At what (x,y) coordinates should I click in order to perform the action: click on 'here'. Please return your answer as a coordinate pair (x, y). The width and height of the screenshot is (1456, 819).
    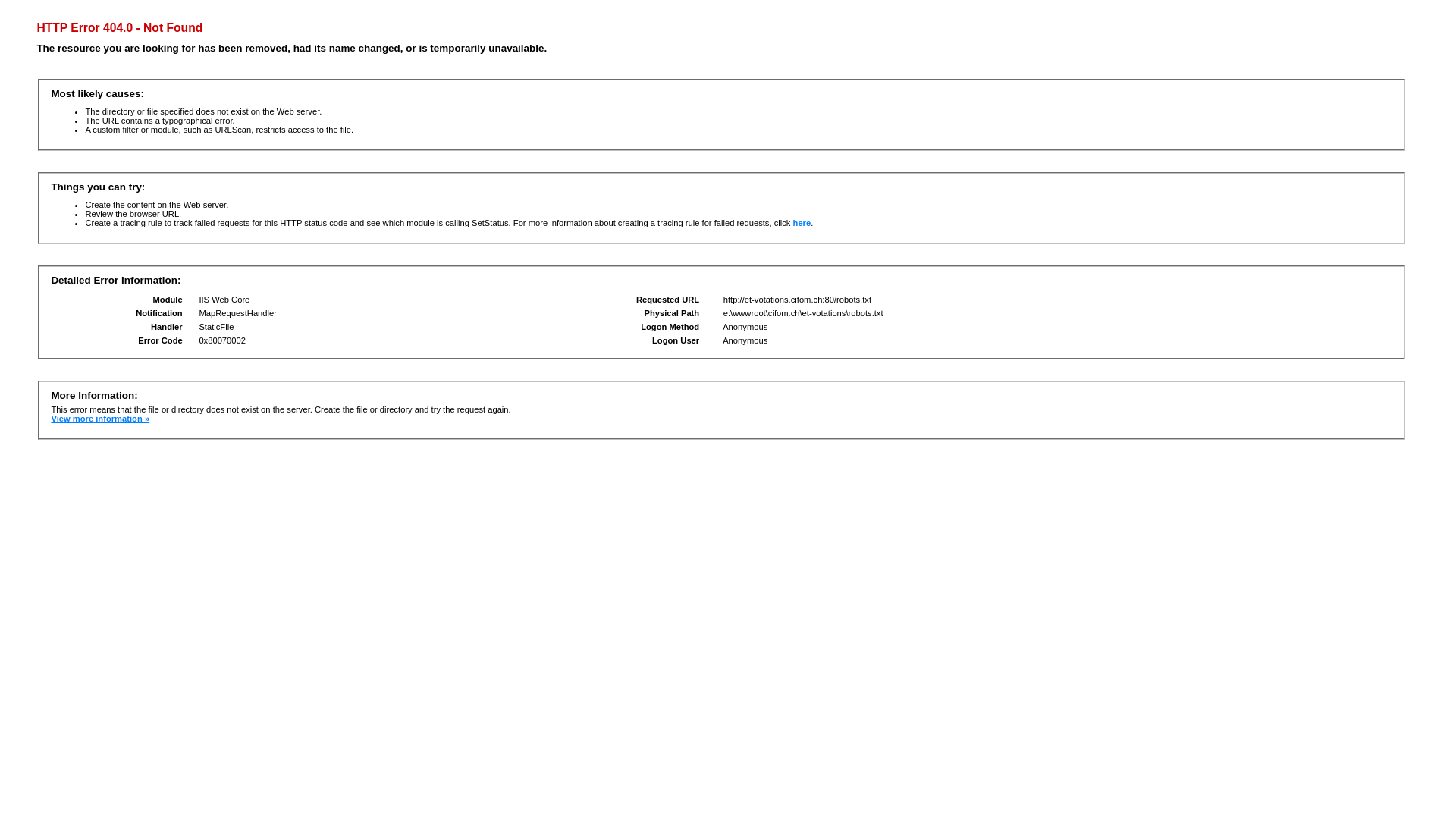
    Looking at the image, I should click on (801, 222).